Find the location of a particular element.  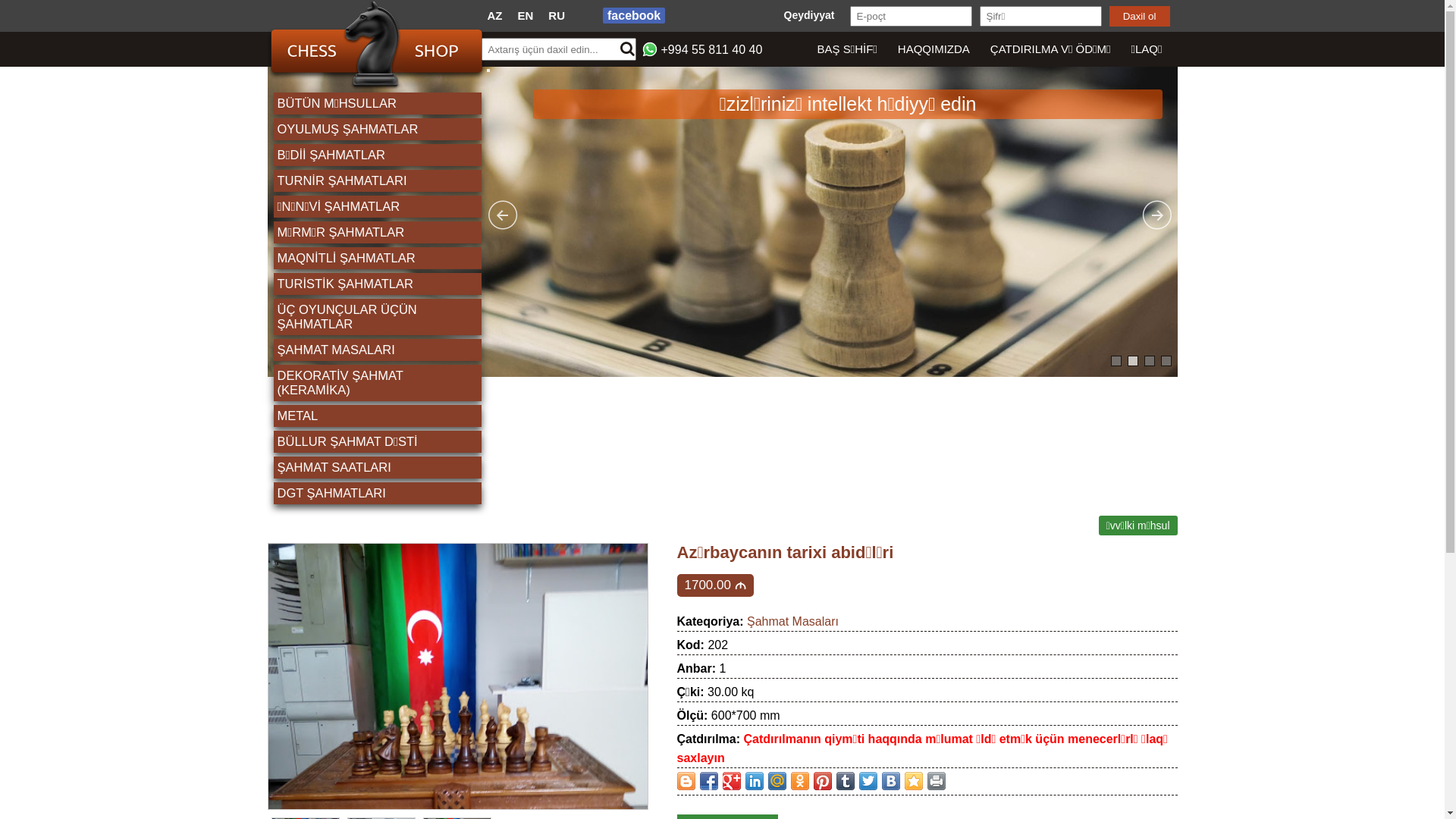

'Share to Odnoklassniki.ru' is located at coordinates (799, 780).